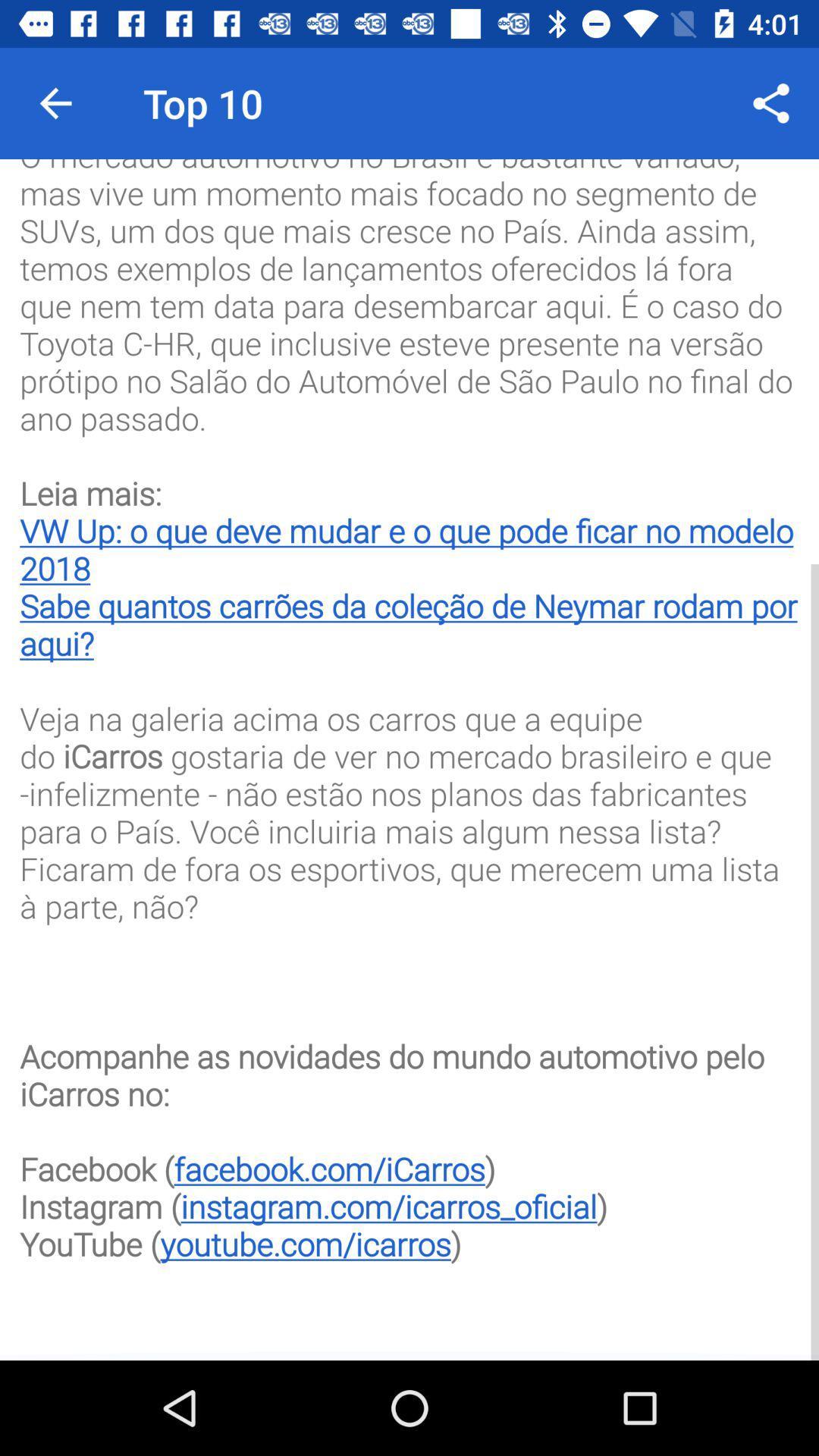 The image size is (819, 1456). I want to click on item above the o mercado automotivo, so click(55, 102).